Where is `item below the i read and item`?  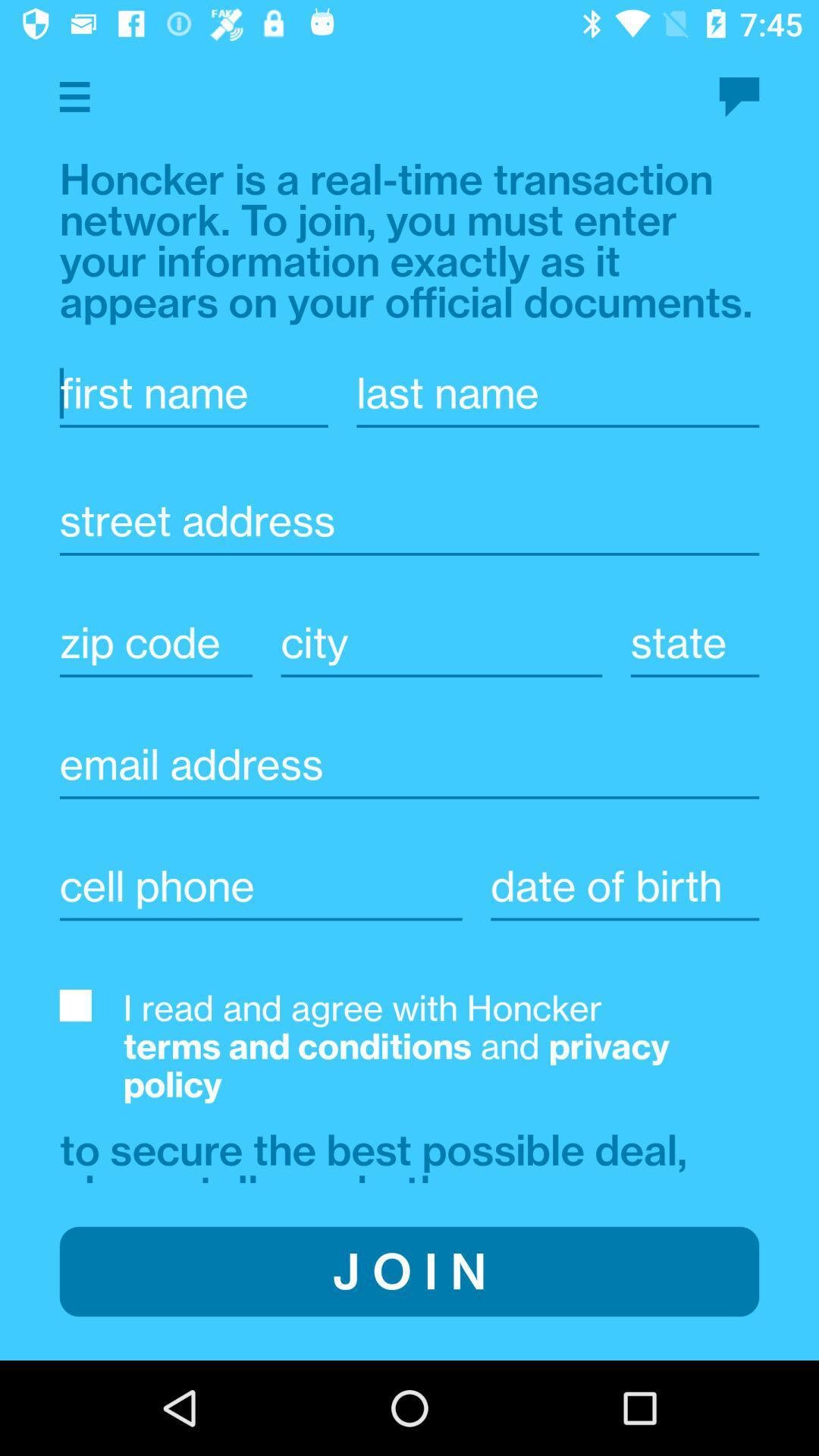 item below the i read and item is located at coordinates (379, 1153).